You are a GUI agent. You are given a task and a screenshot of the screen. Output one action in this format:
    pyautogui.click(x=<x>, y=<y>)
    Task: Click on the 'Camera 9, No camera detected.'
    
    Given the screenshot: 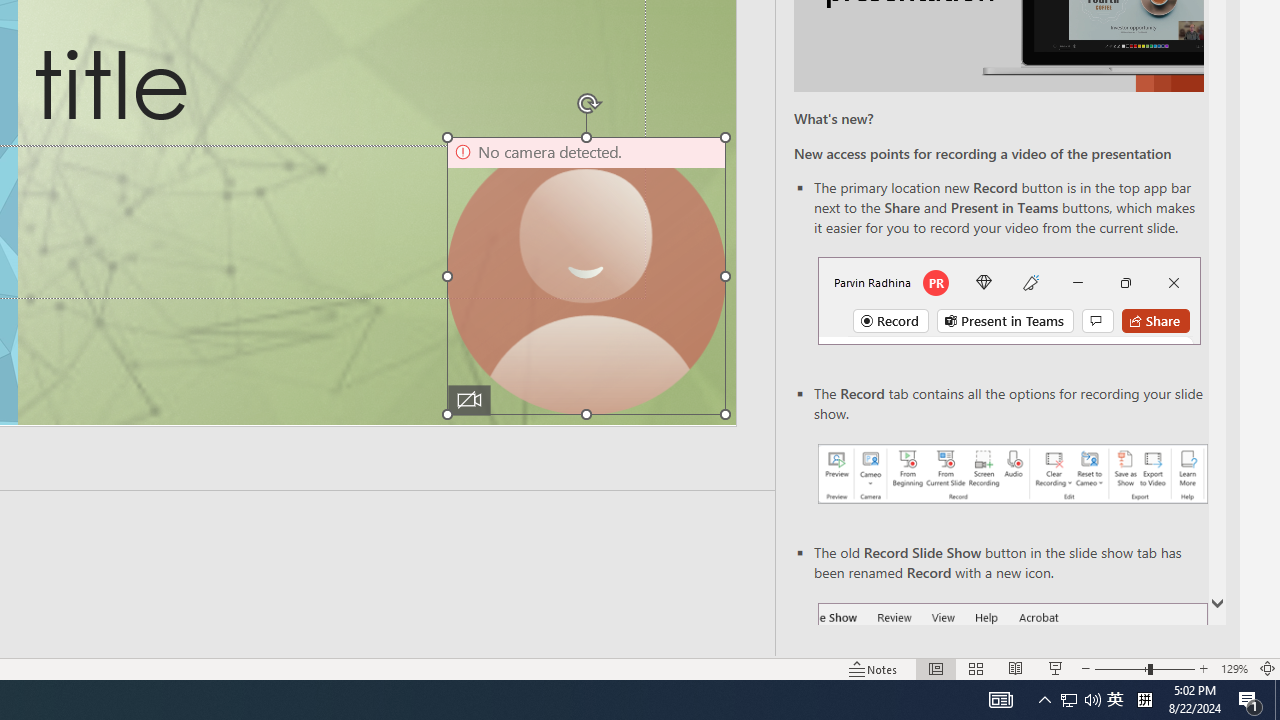 What is the action you would take?
    pyautogui.click(x=585, y=276)
    